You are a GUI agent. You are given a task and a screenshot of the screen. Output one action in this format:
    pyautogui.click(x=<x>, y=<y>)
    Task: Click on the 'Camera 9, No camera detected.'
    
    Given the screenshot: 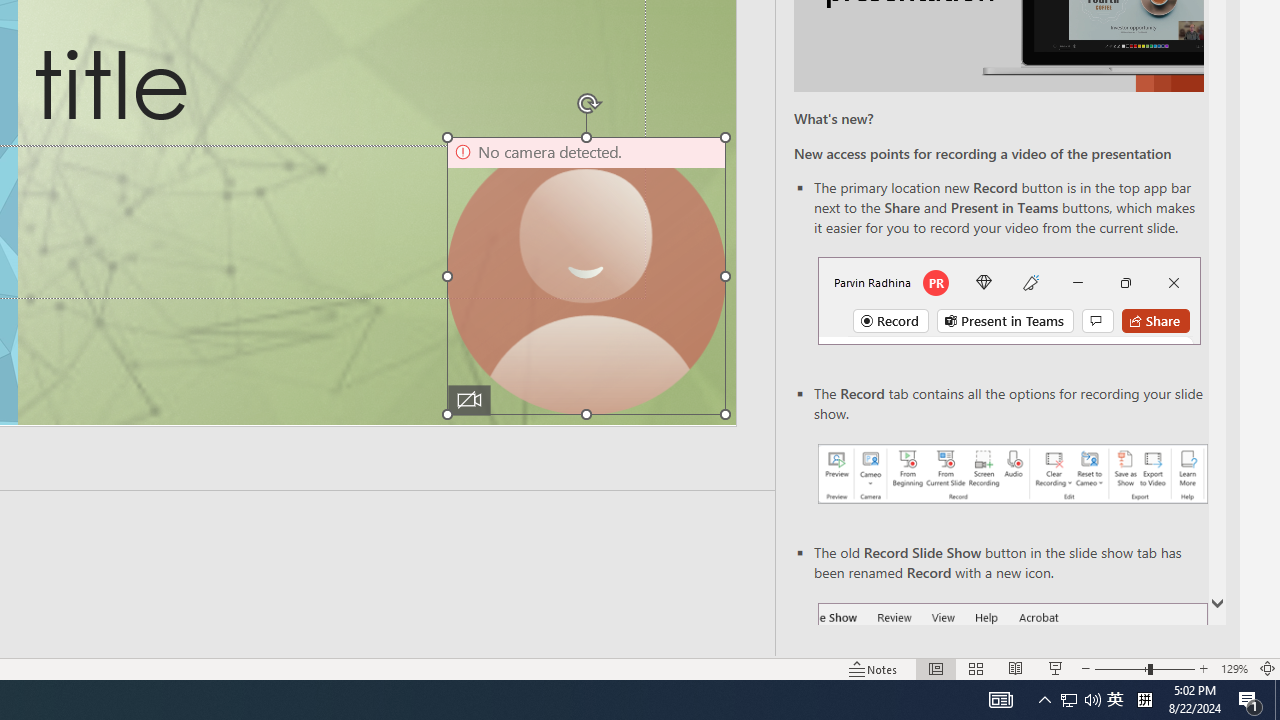 What is the action you would take?
    pyautogui.click(x=585, y=276)
    